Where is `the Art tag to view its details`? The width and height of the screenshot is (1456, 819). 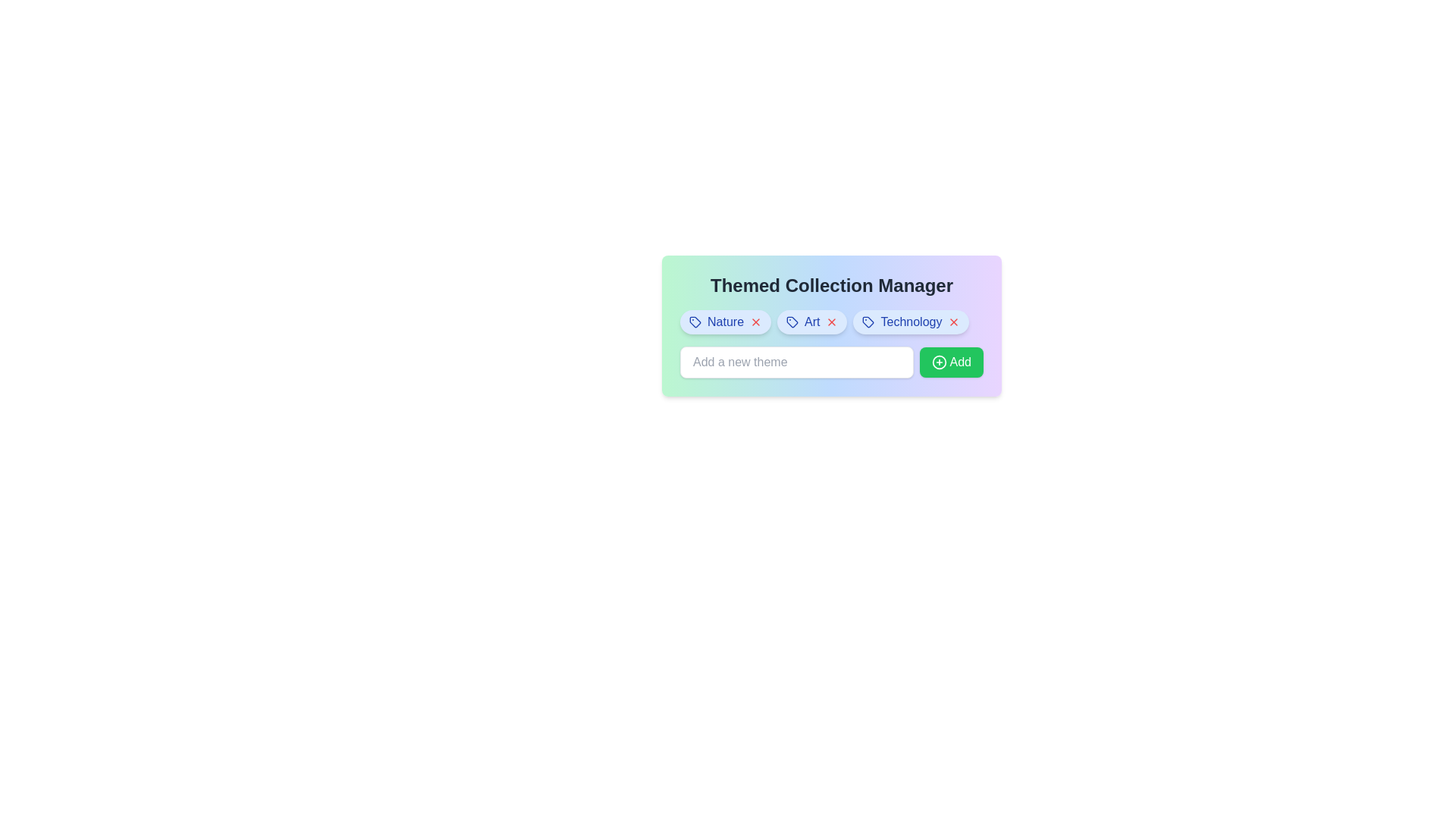
the Art tag to view its details is located at coordinates (811, 321).